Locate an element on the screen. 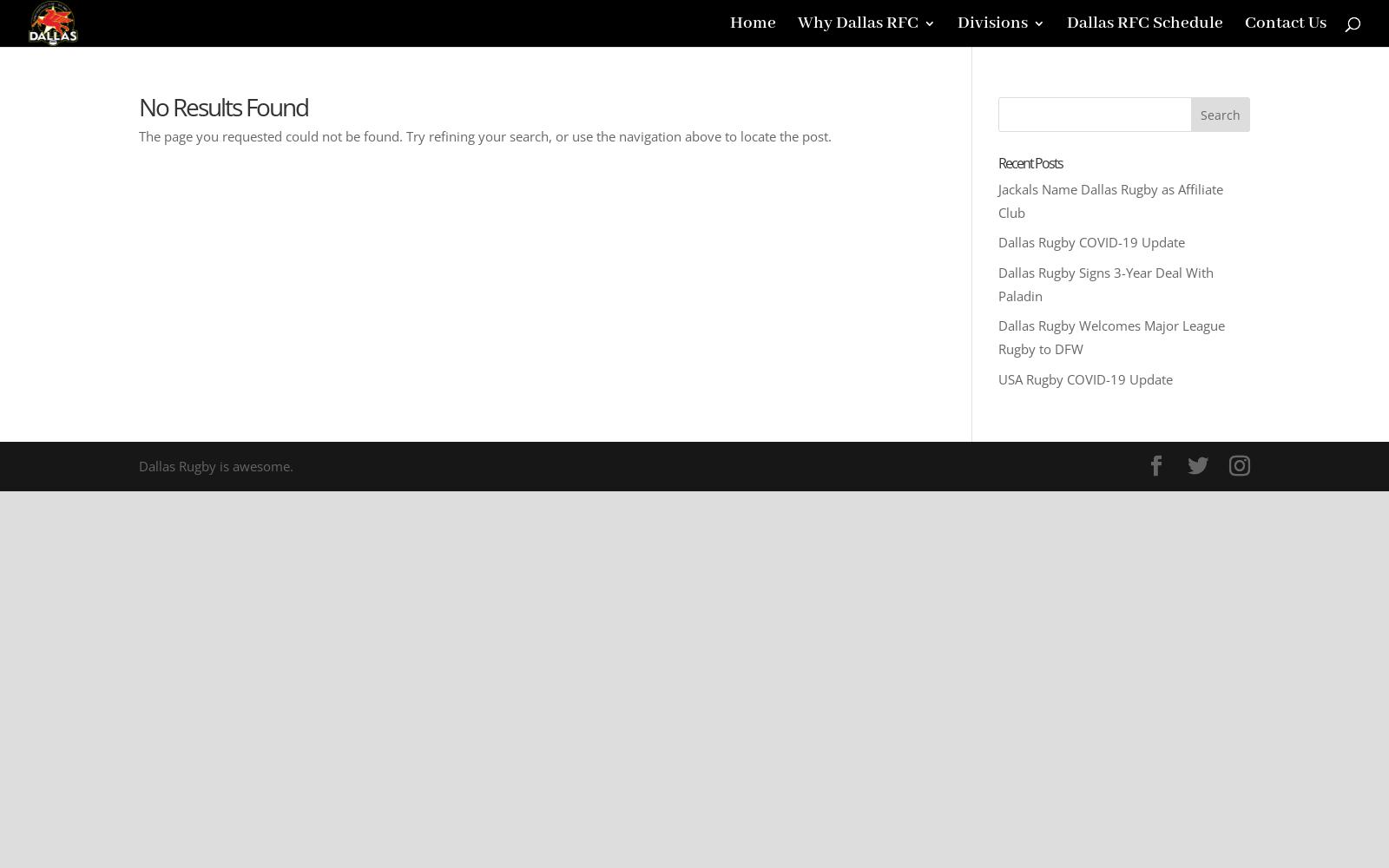 The height and width of the screenshot is (868, 1389). 'The page you requested could not be found. Try refining your search, or use the navigation above to locate the post.' is located at coordinates (138, 136).